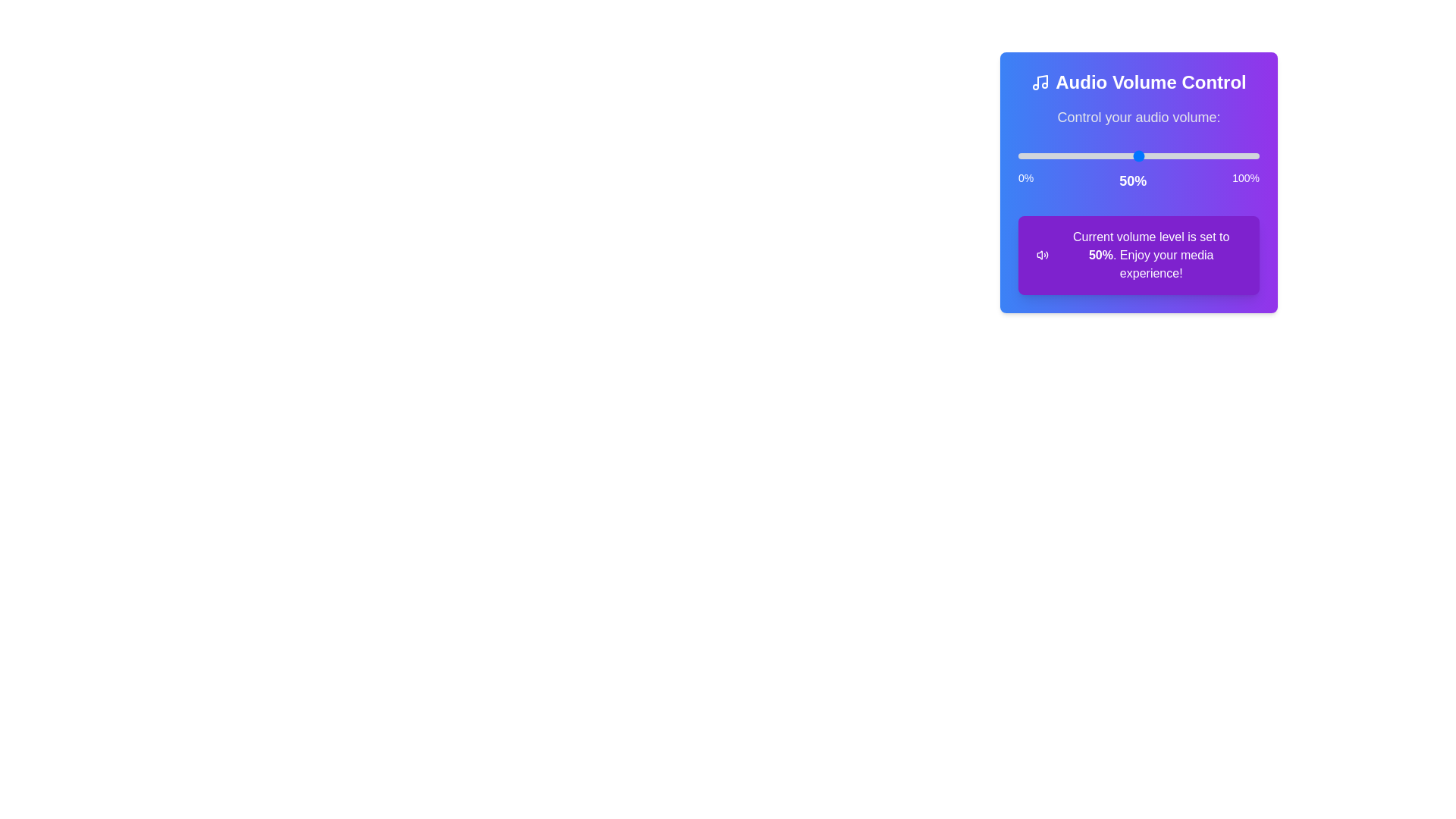  Describe the element at coordinates (1233, 155) in the screenshot. I see `the volume slider to set the volume to 89%` at that location.